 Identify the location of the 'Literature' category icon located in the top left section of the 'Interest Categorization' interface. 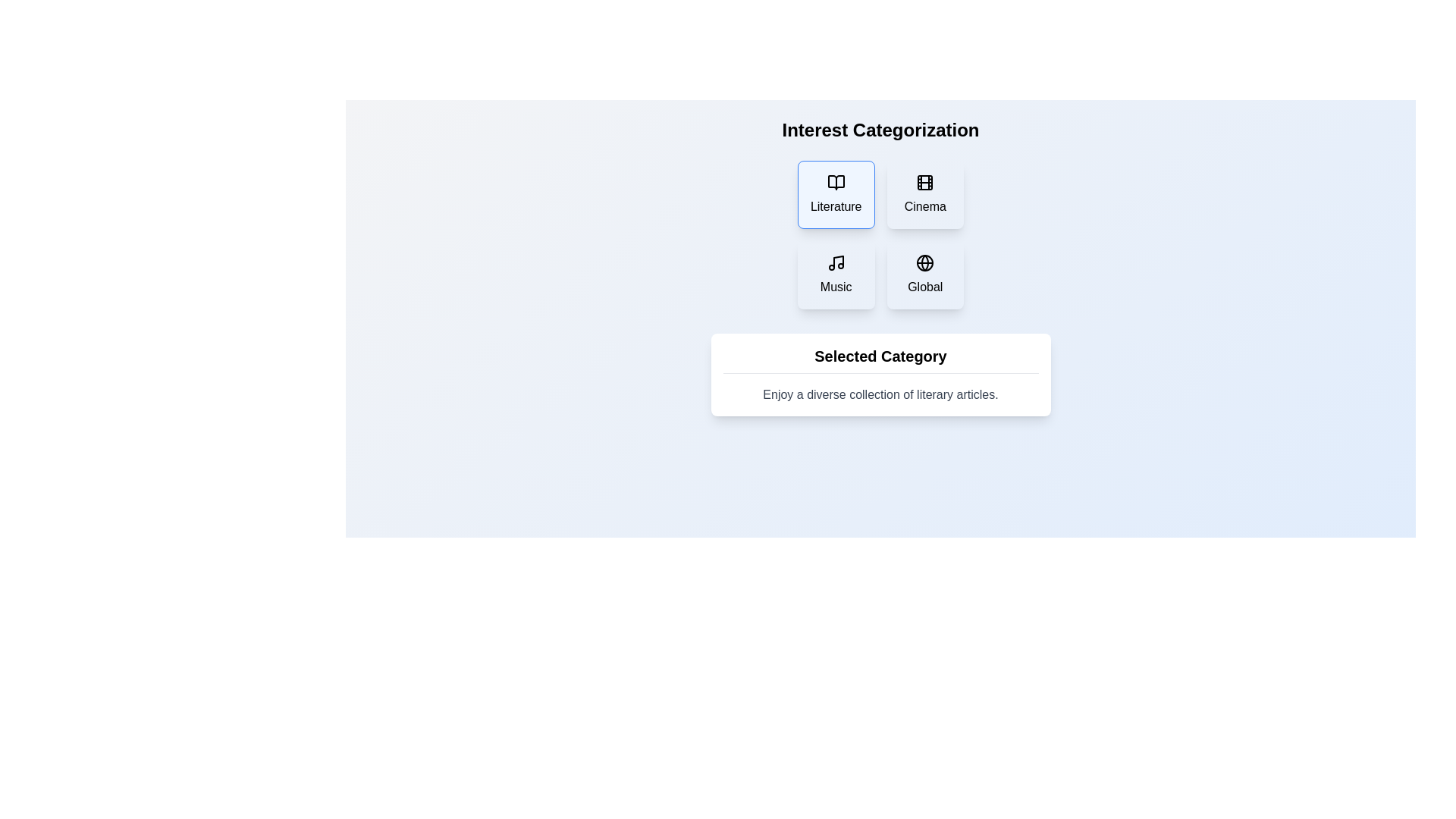
(835, 181).